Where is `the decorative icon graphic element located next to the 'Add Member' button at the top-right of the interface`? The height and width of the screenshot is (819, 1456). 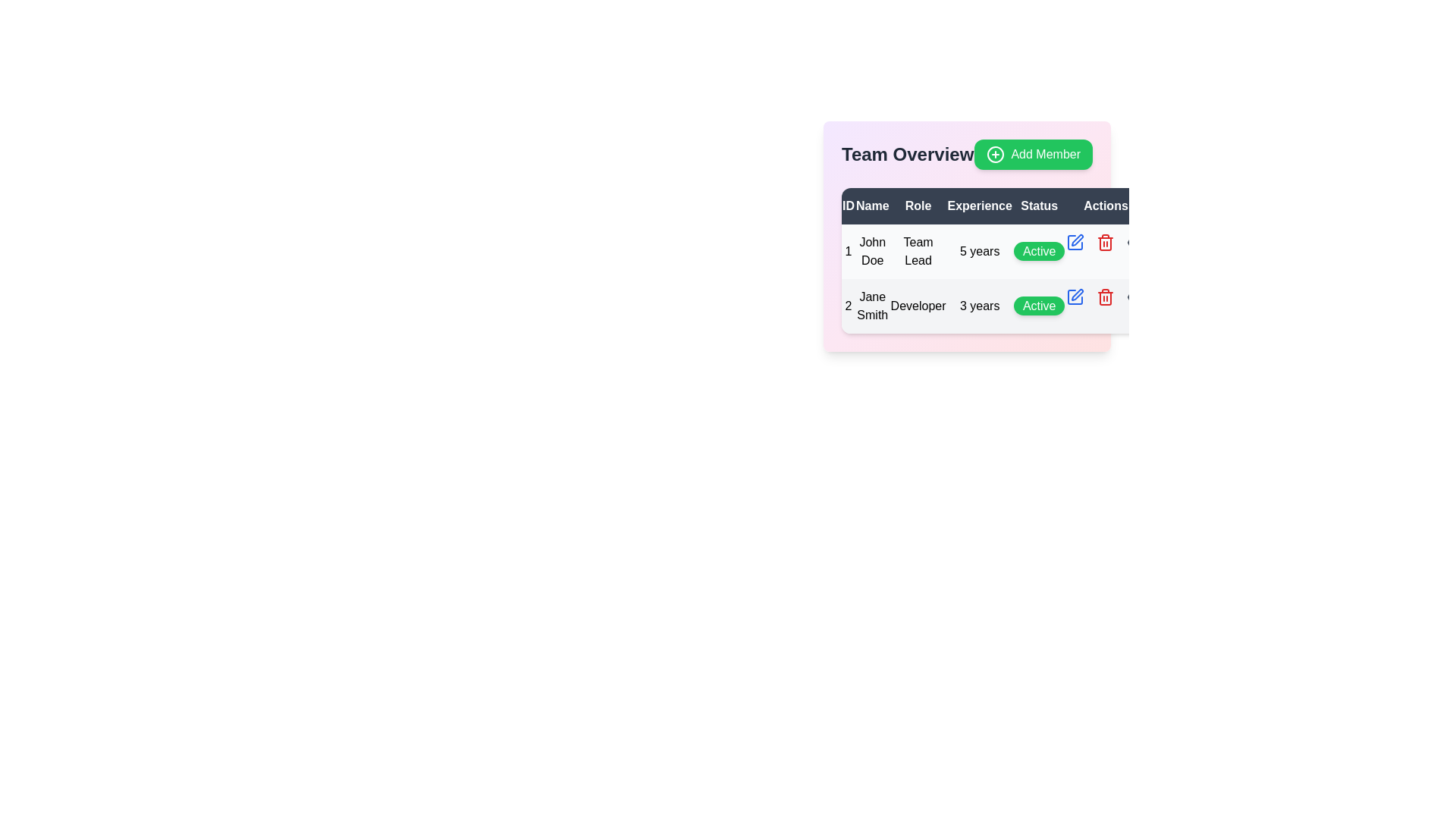 the decorative icon graphic element located next to the 'Add Member' button at the top-right of the interface is located at coordinates (996, 155).